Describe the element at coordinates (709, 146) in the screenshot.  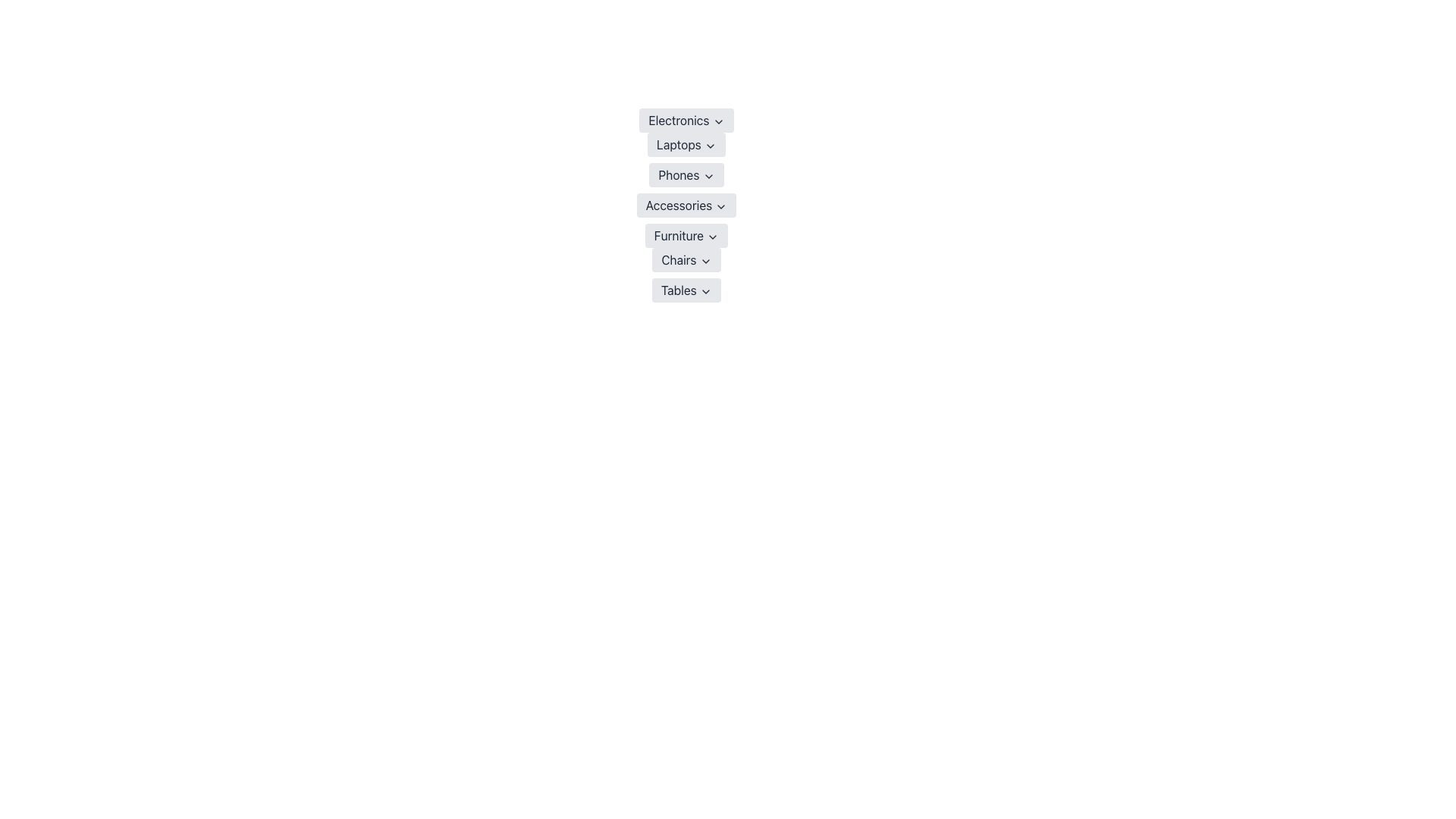
I see `the expandability of the downward-pointing chevron icon located to the right of the 'Laptops' text button` at that location.